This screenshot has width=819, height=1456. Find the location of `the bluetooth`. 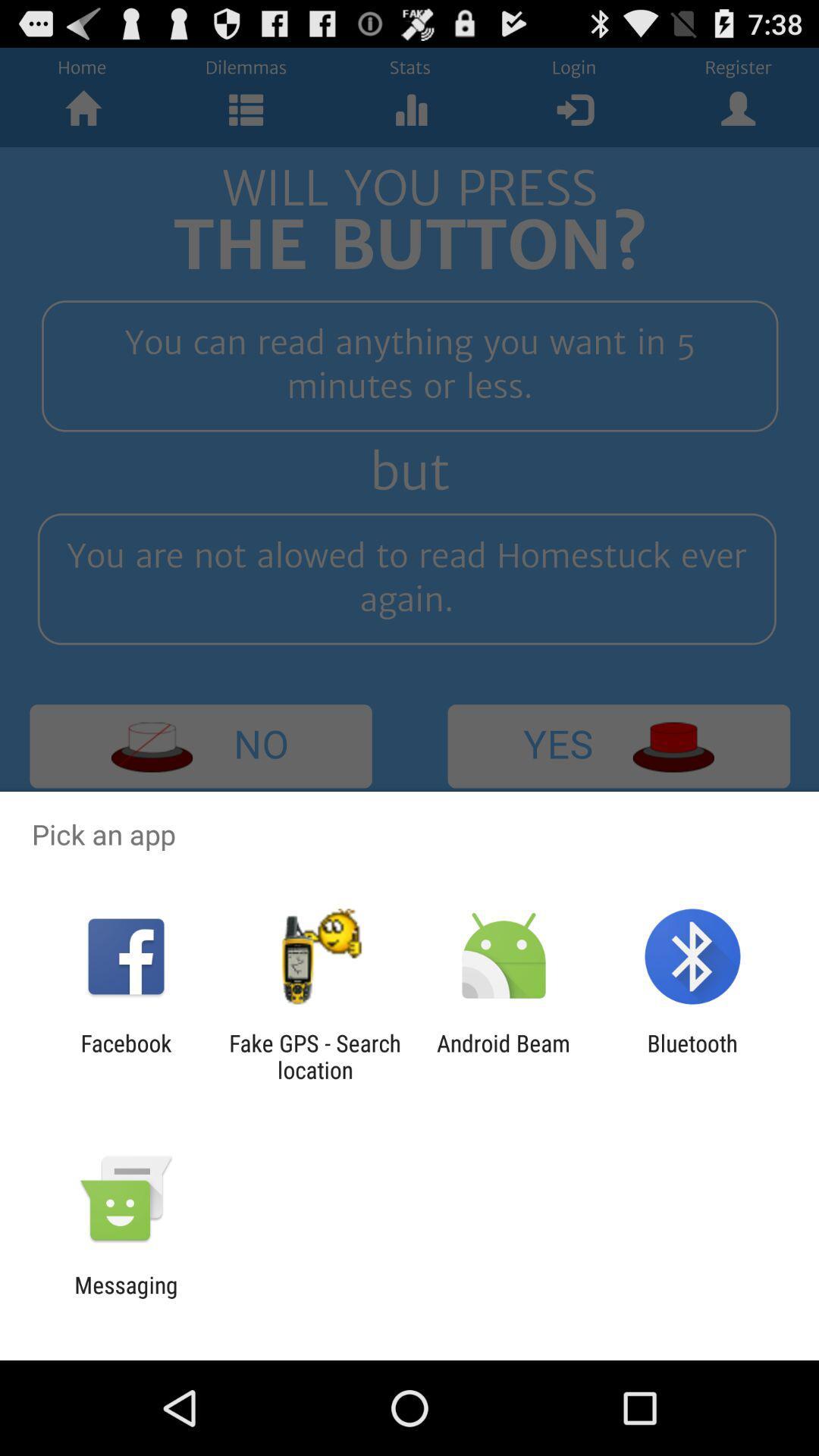

the bluetooth is located at coordinates (692, 1056).